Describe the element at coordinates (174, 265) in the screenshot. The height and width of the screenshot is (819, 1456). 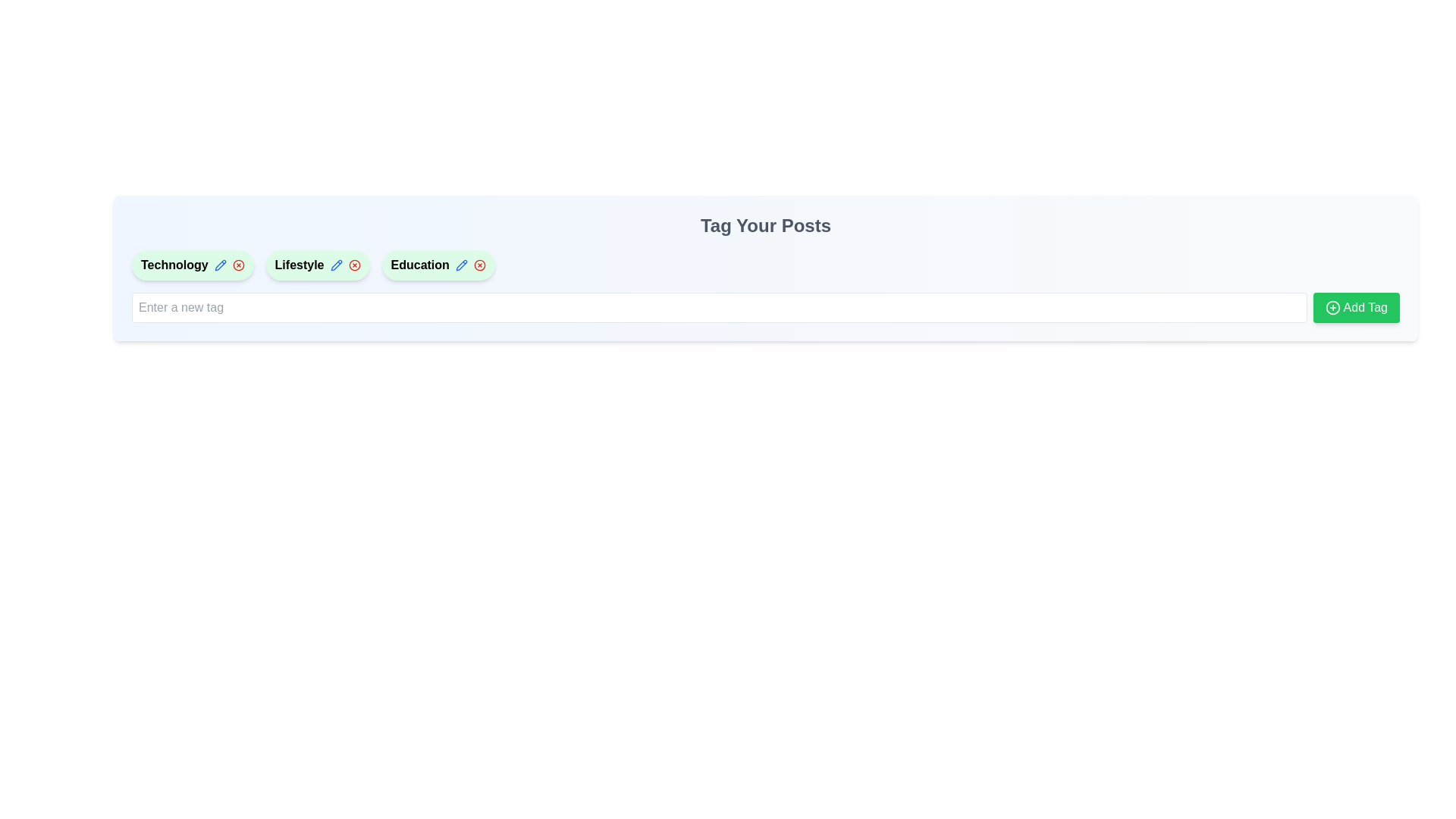
I see `the static text label 'Technology', which is the first tag among siblings in a horizontal list under the title 'Tag Your Posts'` at that location.